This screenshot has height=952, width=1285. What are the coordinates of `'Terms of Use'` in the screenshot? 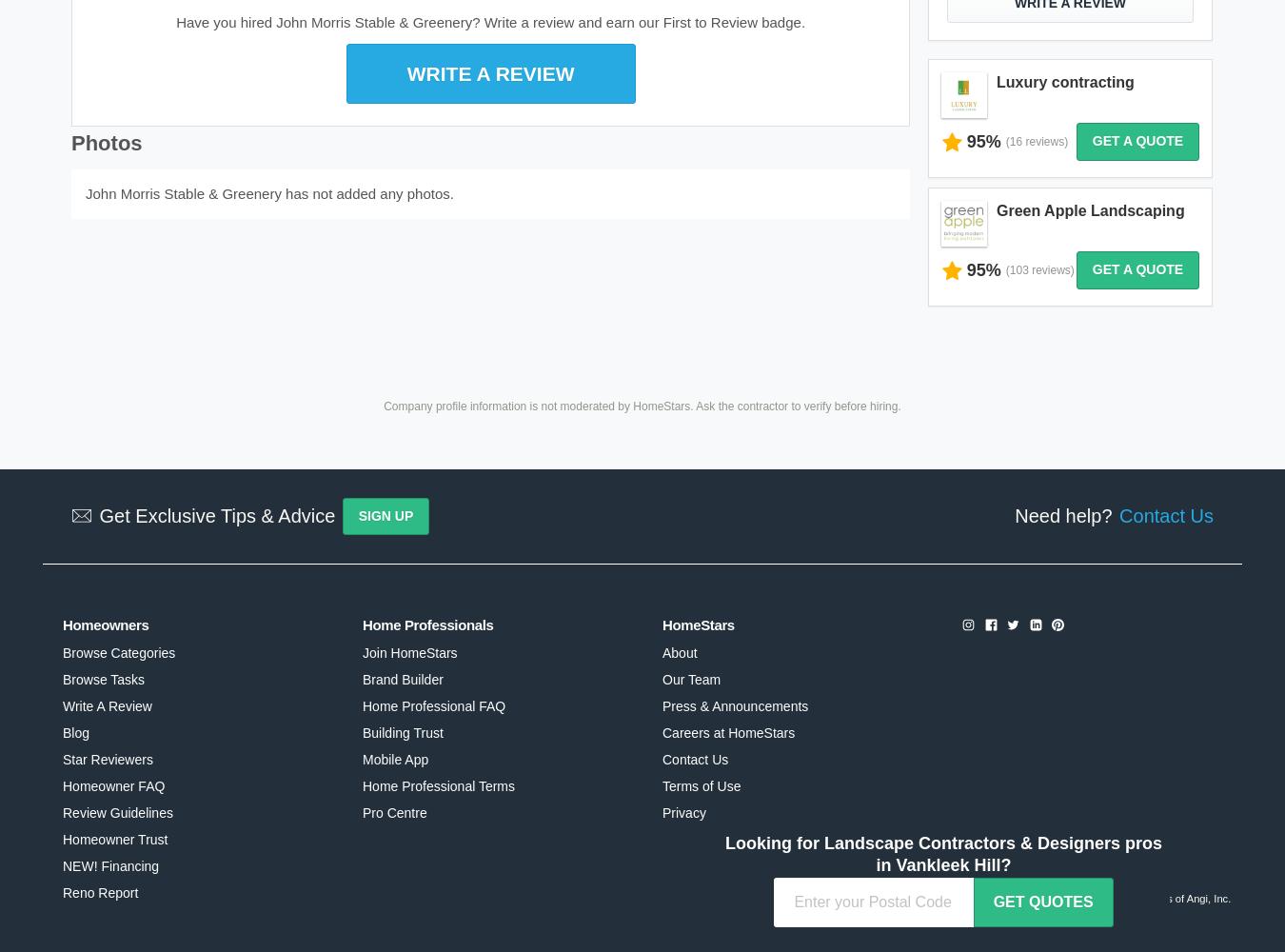 It's located at (700, 785).